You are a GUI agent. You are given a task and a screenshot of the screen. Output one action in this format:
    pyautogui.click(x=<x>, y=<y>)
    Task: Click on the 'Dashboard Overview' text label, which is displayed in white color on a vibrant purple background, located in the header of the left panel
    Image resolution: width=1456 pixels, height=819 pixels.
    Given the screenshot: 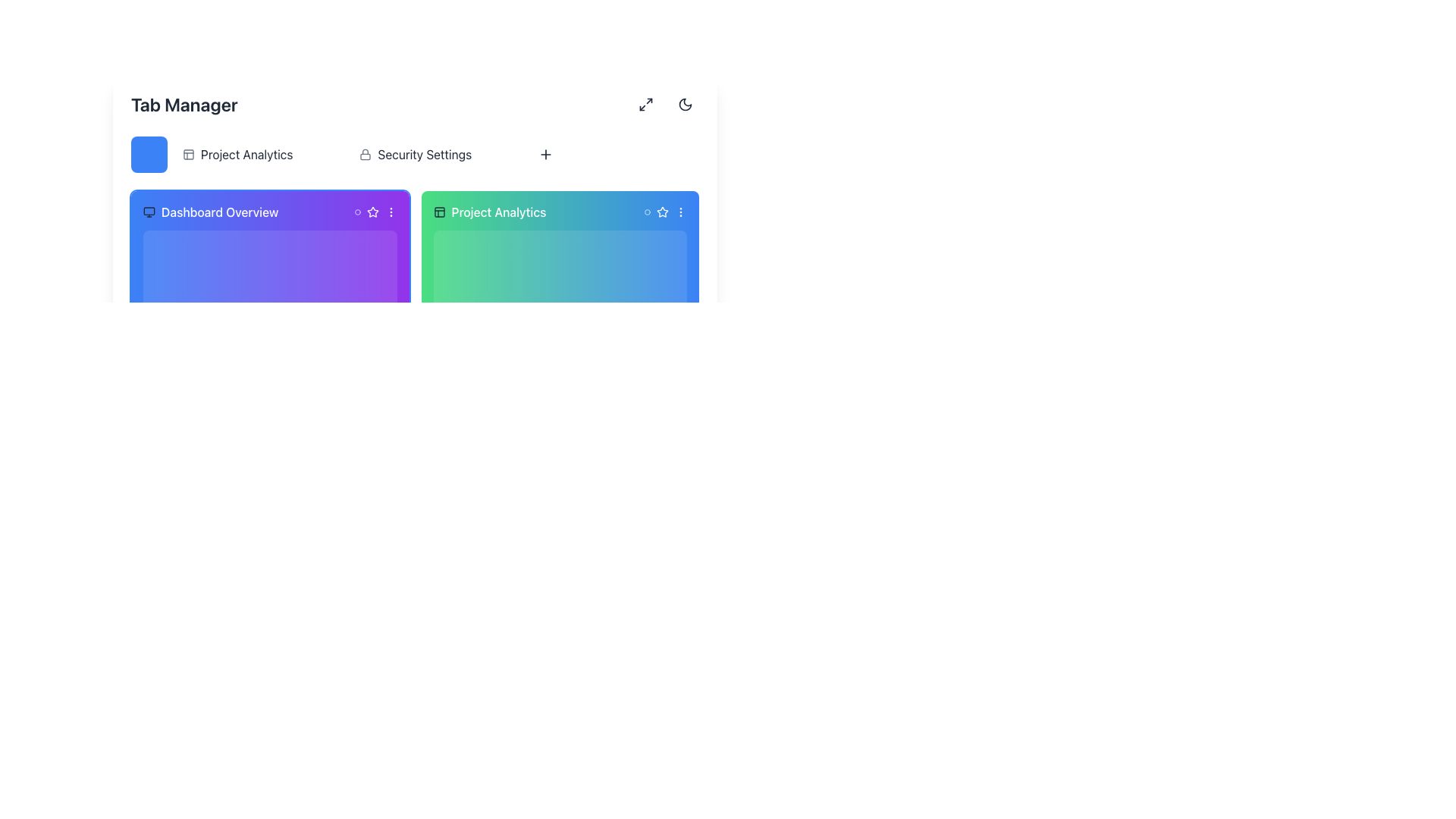 What is the action you would take?
    pyautogui.click(x=219, y=212)
    